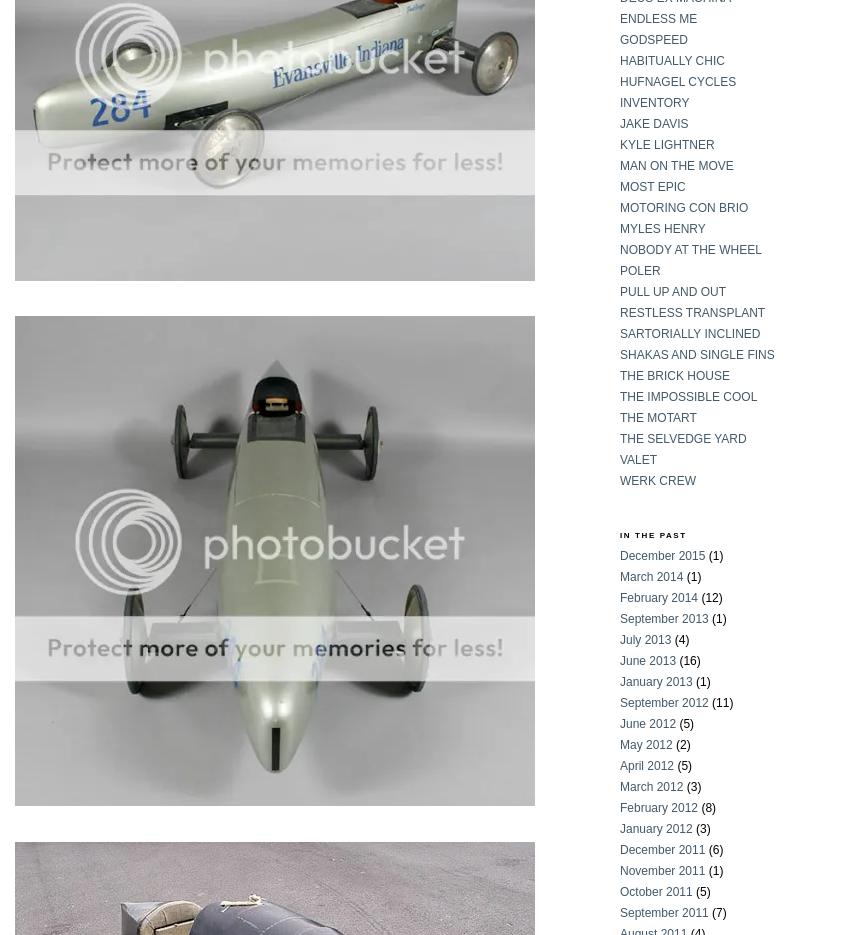 The image size is (850, 935). What do you see at coordinates (618, 17) in the screenshot?
I see `'ENDLESS ME'` at bounding box center [618, 17].